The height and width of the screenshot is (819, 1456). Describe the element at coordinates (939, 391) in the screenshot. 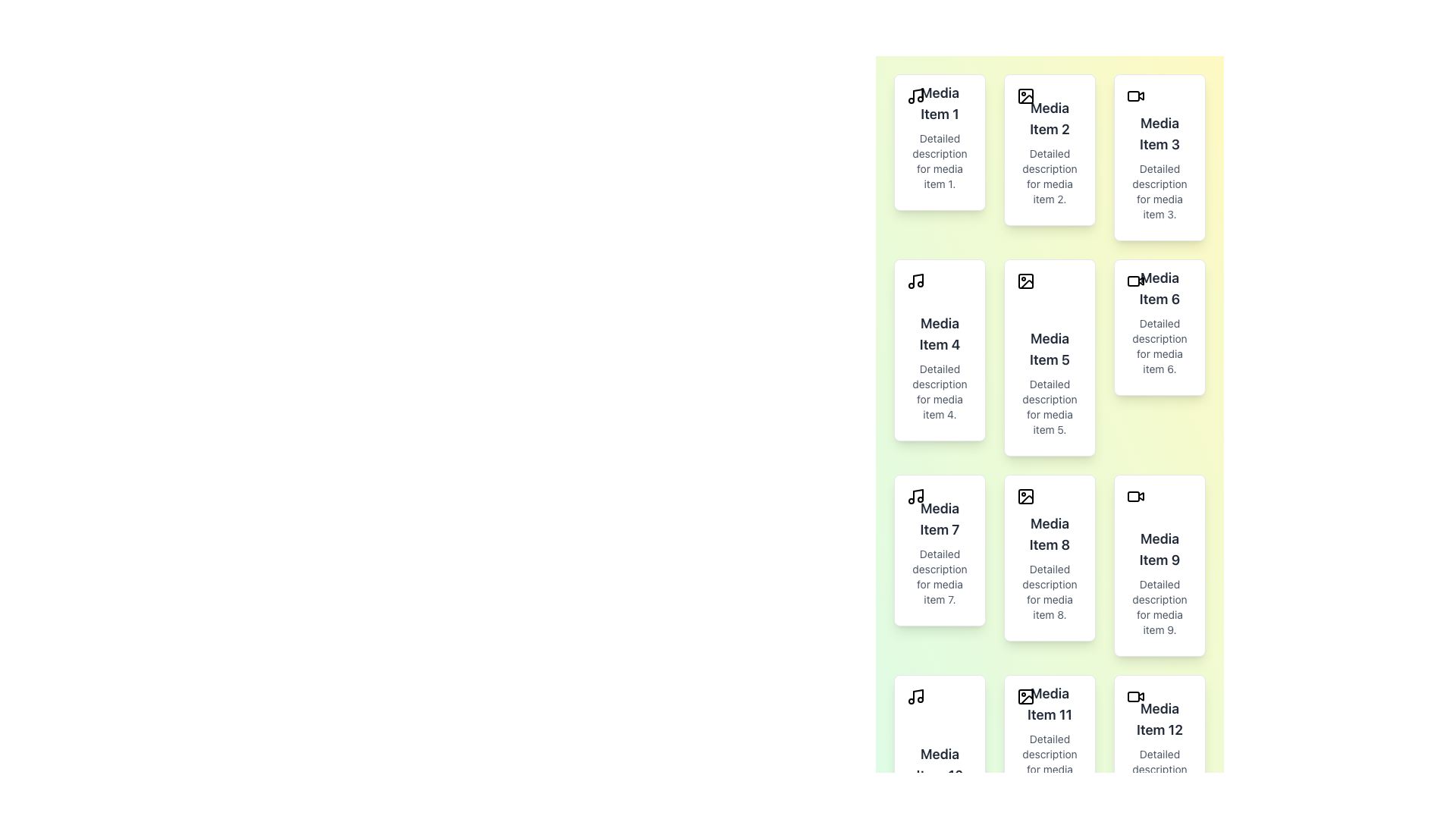

I see `the static text label that provides supplementary information for 'Media Item 4', located in the second row and left column of the grid layout` at that location.